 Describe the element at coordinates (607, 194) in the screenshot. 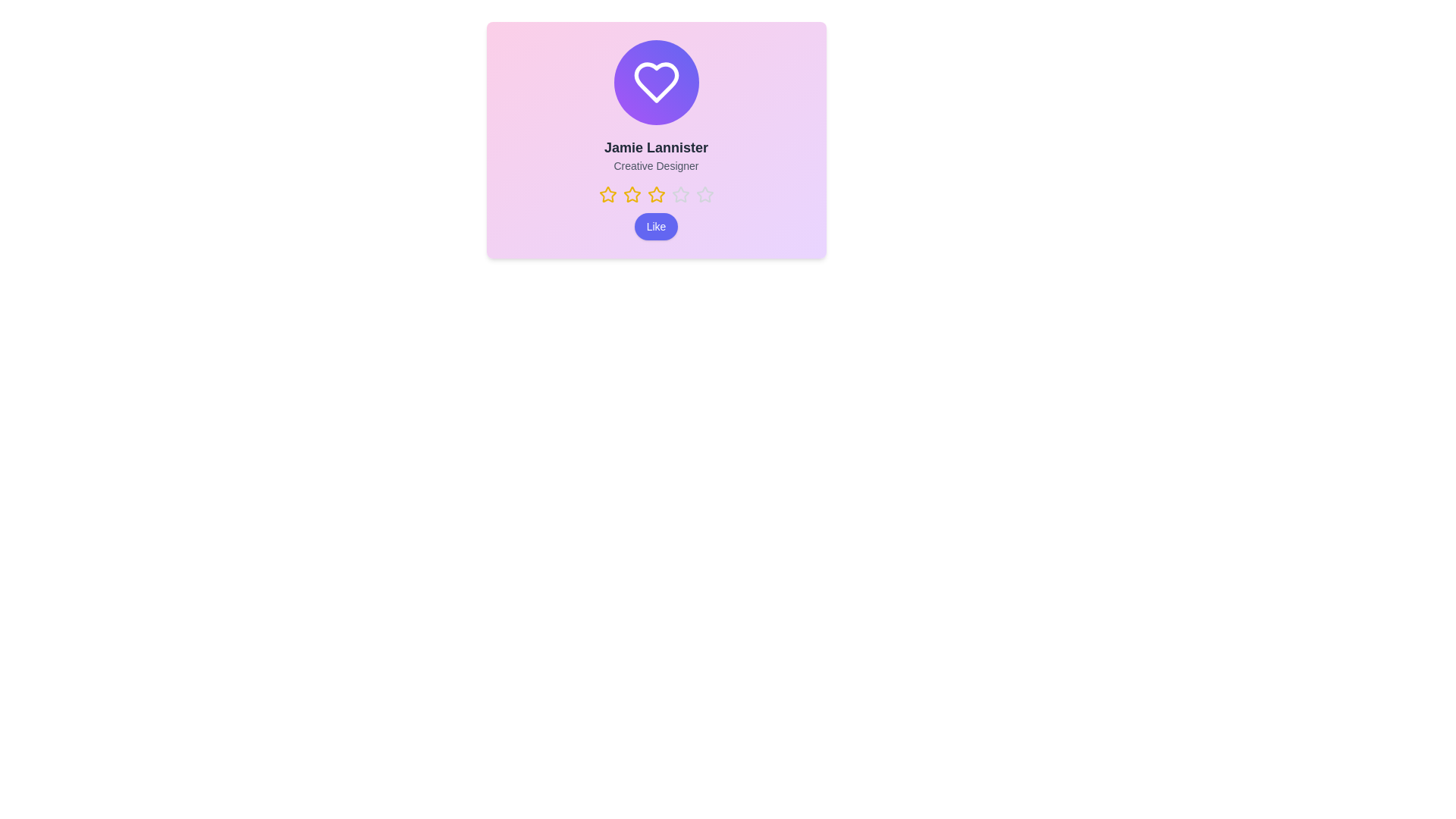

I see `the first star icon in the rating system for user rating selection, located below the text 'Jamie Lannister' and above the 'Like' button` at that location.